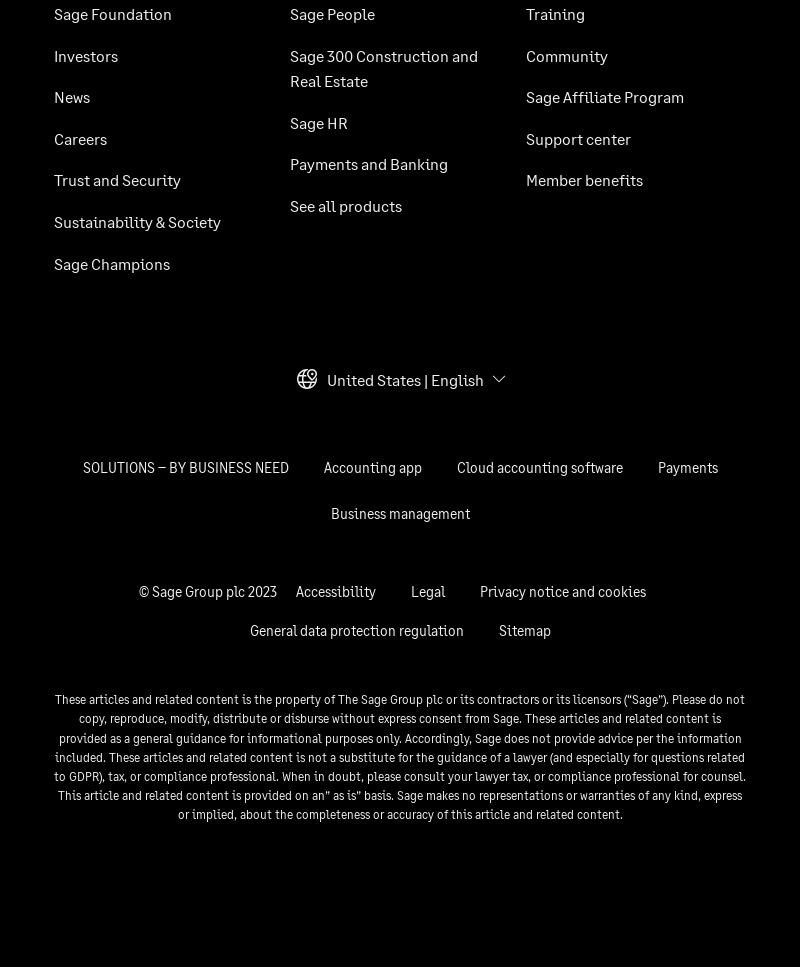  I want to click on 'Business management', so click(329, 512).